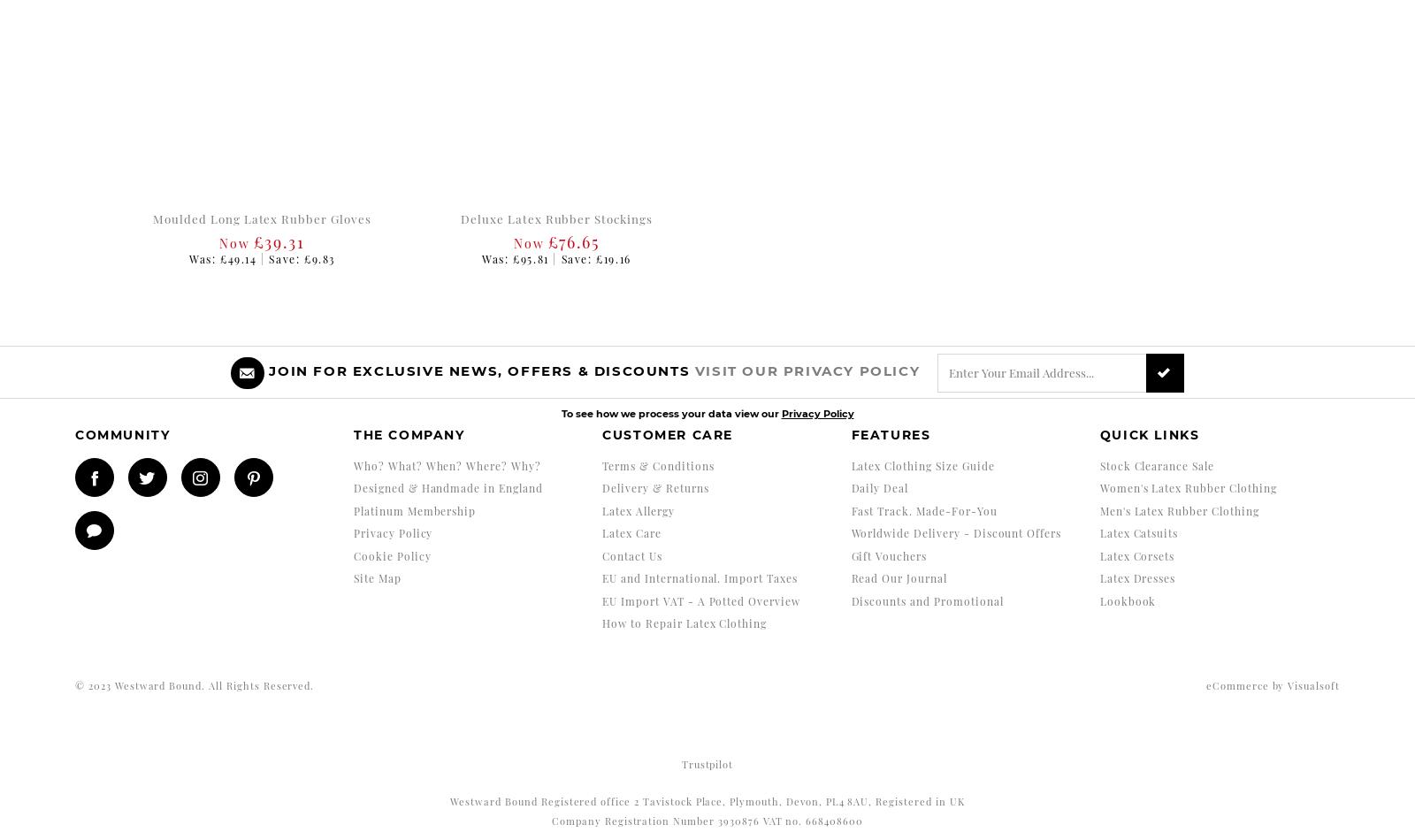 The height and width of the screenshot is (840, 1415). What do you see at coordinates (1148, 435) in the screenshot?
I see `'Quick Links'` at bounding box center [1148, 435].